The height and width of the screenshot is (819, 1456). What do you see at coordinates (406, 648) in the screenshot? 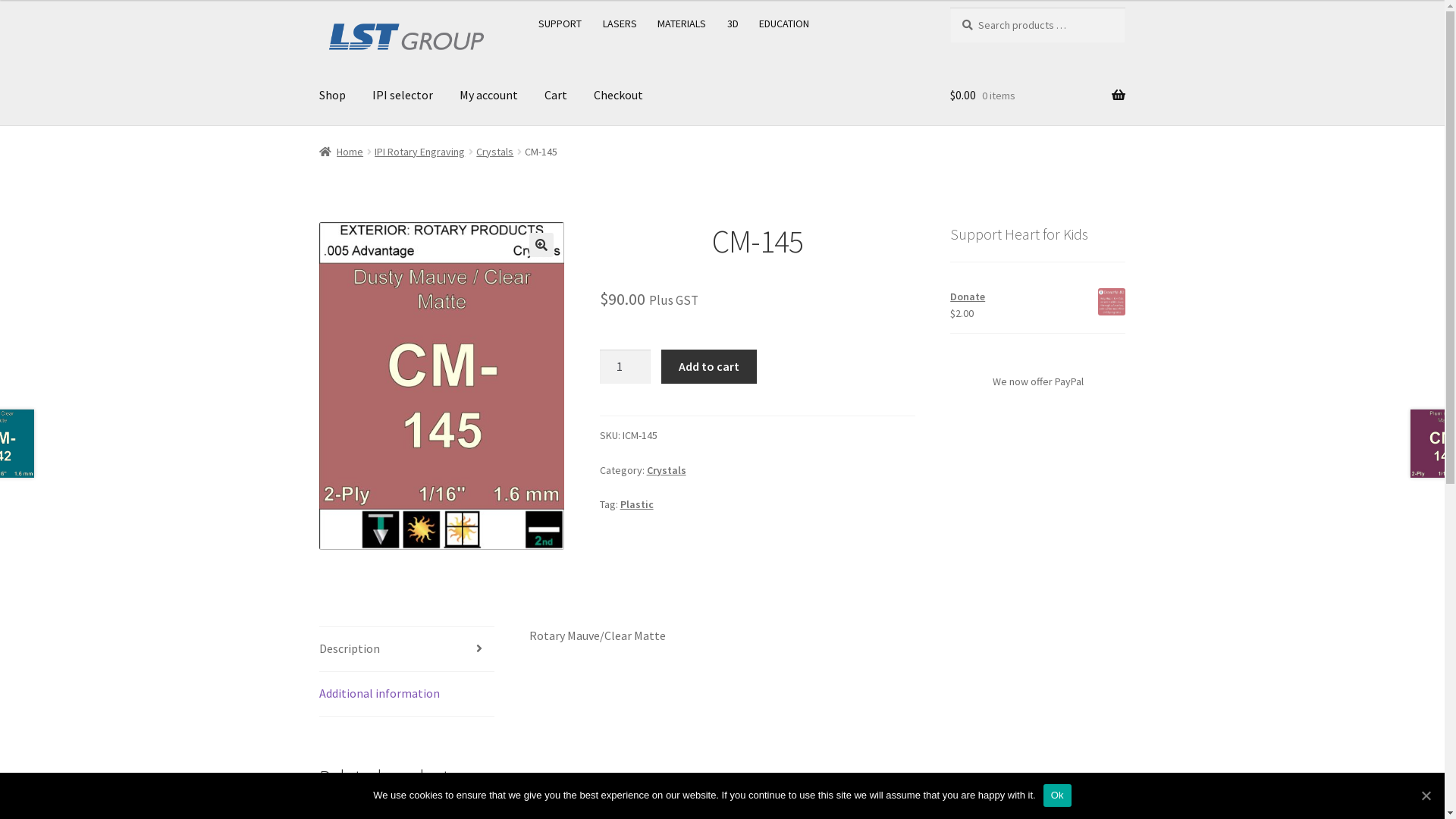
I see `'Description'` at bounding box center [406, 648].